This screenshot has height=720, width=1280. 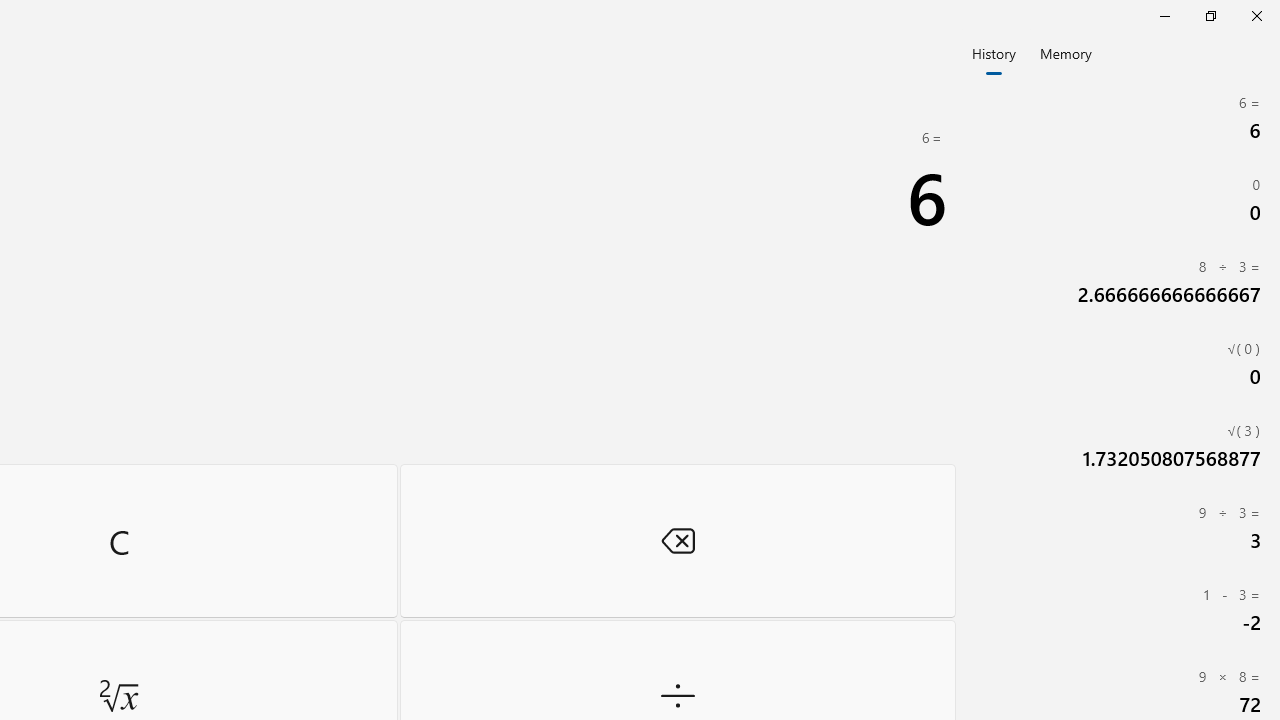 What do you see at coordinates (1164, 15) in the screenshot?
I see `'Minimize Calculator'` at bounding box center [1164, 15].